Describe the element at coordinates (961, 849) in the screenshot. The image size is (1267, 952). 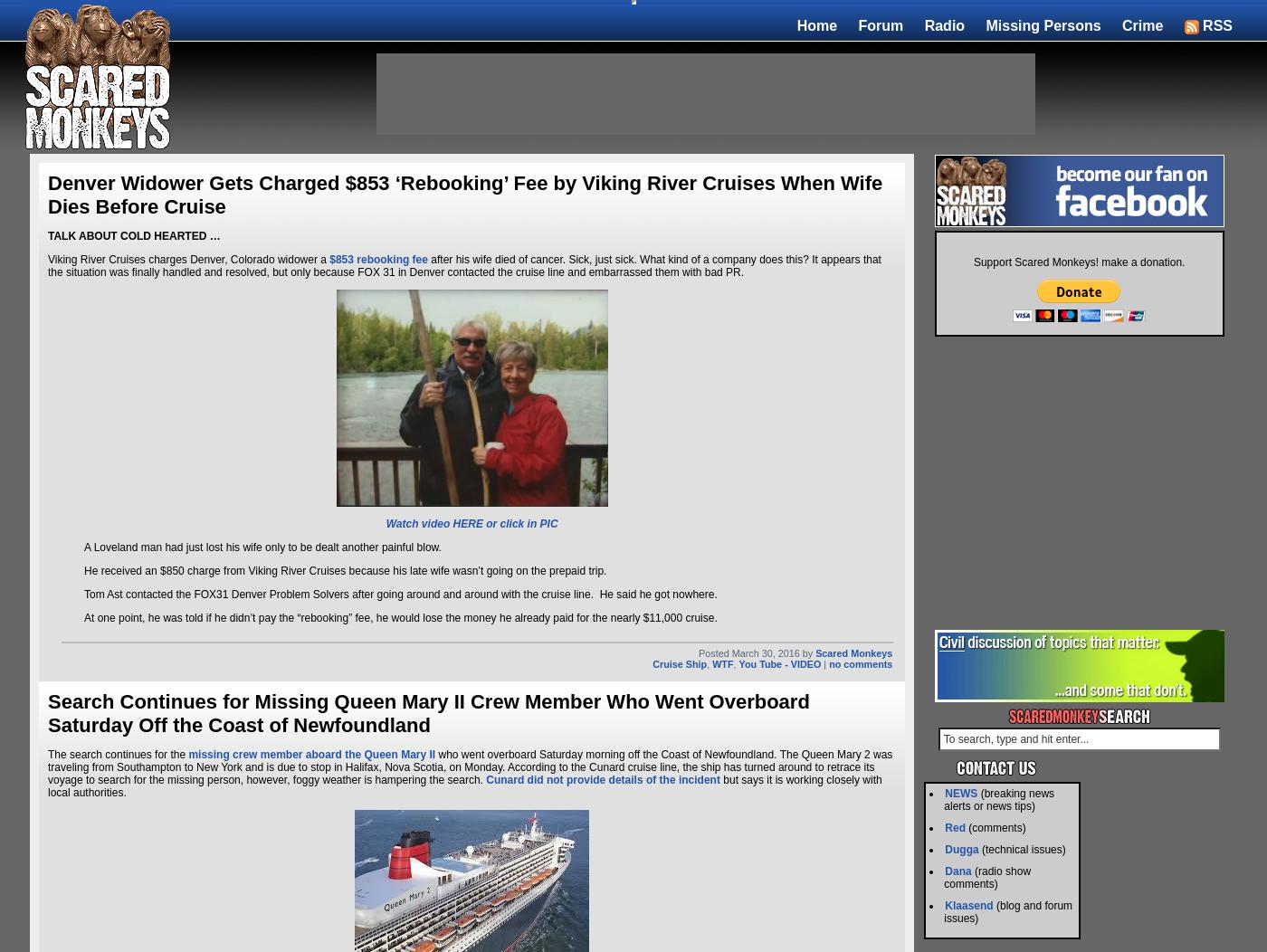
I see `'Dugga'` at that location.